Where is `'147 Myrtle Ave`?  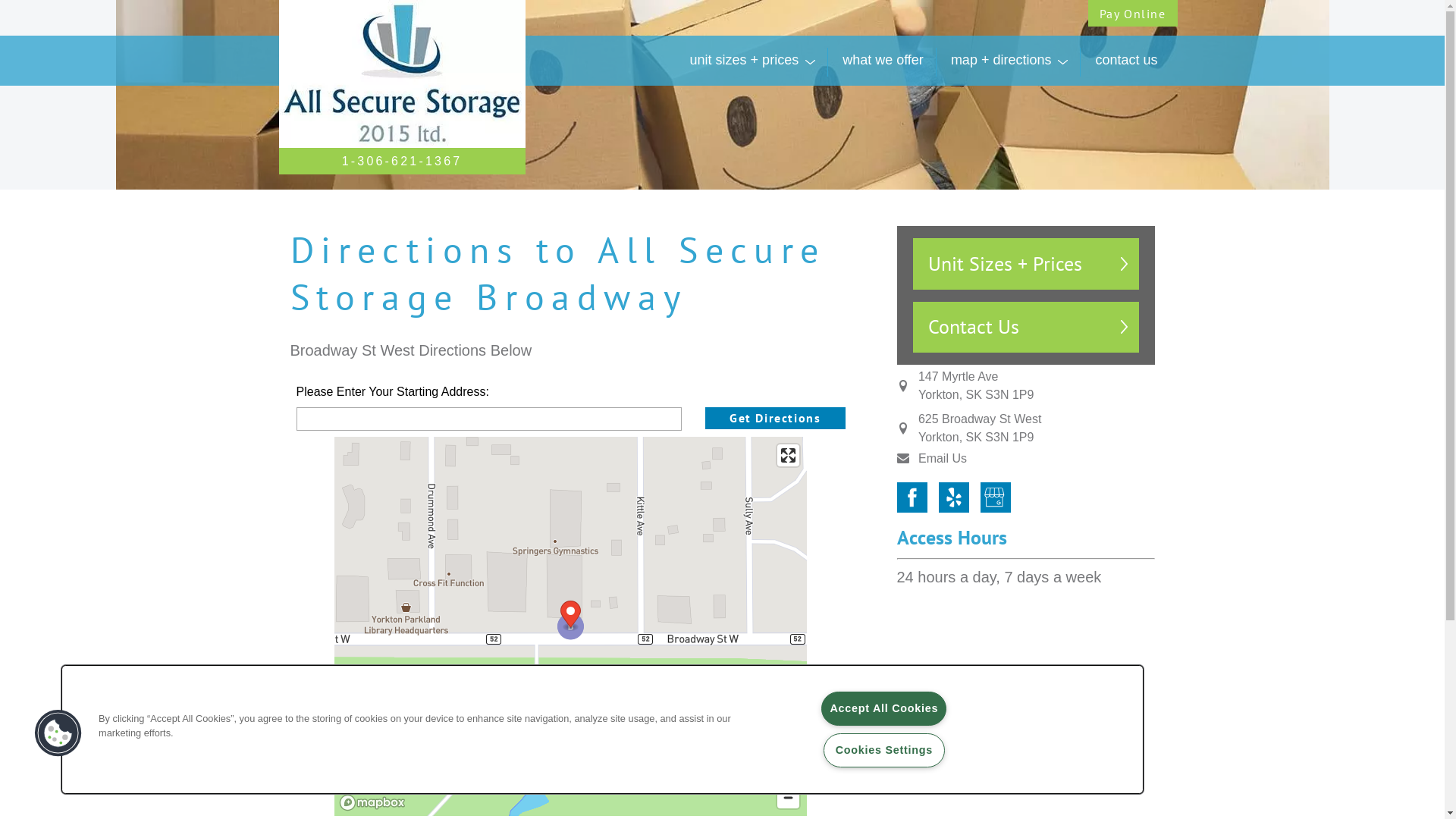
'147 Myrtle Ave is located at coordinates (917, 385).